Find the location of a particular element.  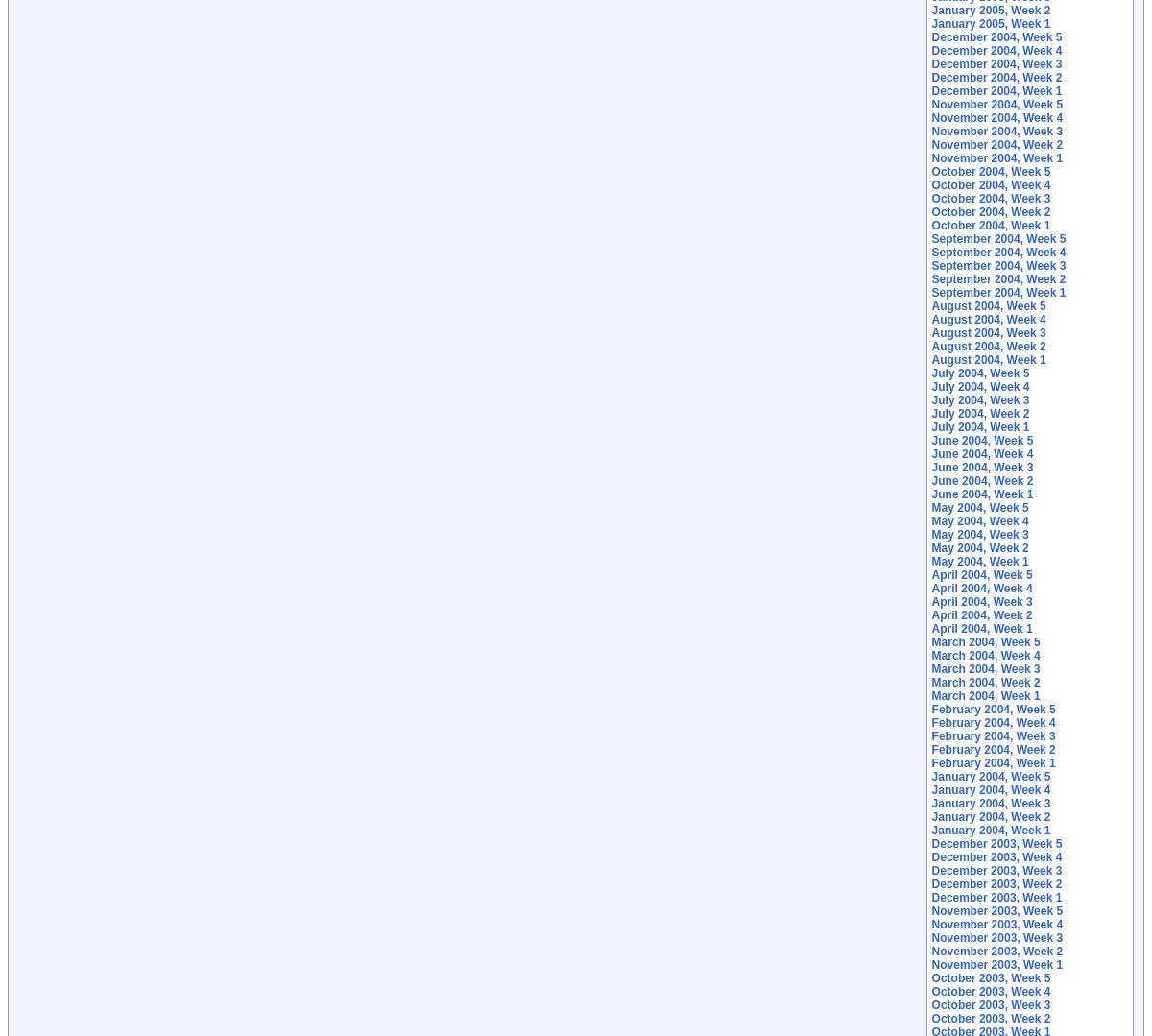

'July 2004, Week 4' is located at coordinates (979, 386).